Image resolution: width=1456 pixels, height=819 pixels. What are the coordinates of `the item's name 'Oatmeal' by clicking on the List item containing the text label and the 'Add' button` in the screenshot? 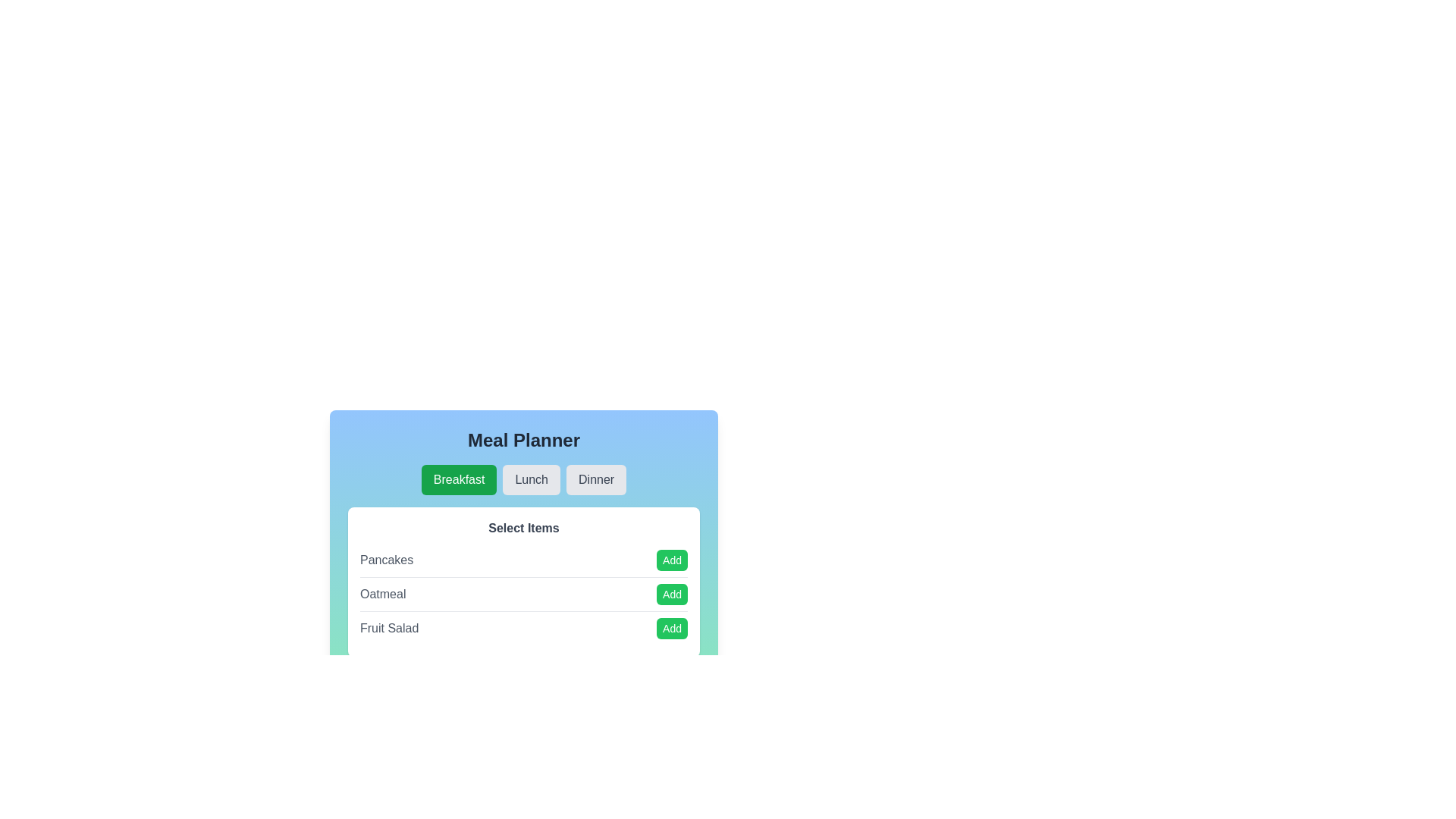 It's located at (524, 593).